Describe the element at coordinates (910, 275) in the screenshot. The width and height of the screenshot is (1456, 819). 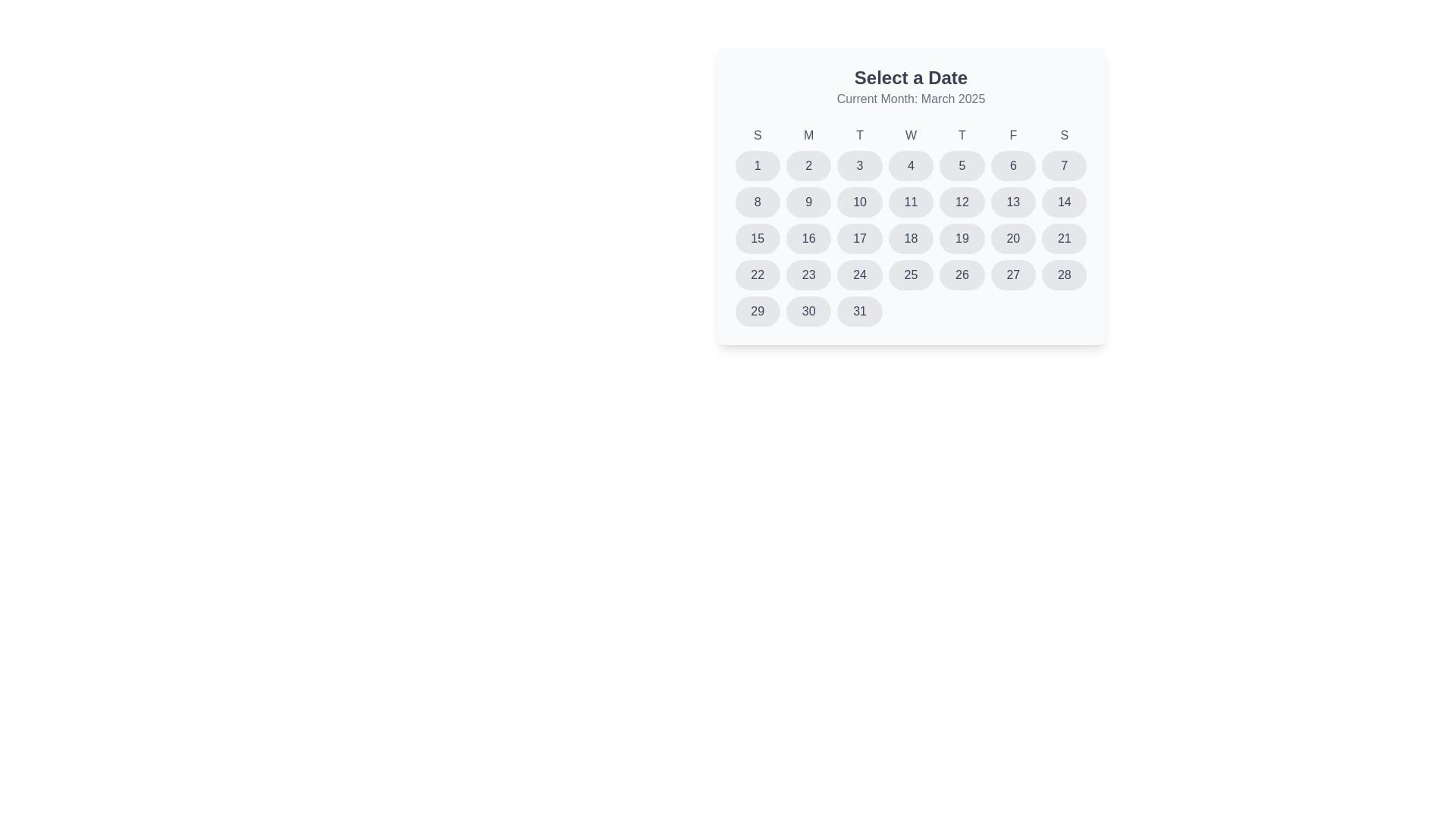
I see `the circular button with a light gray background and the number '25' in dark gray text` at that location.